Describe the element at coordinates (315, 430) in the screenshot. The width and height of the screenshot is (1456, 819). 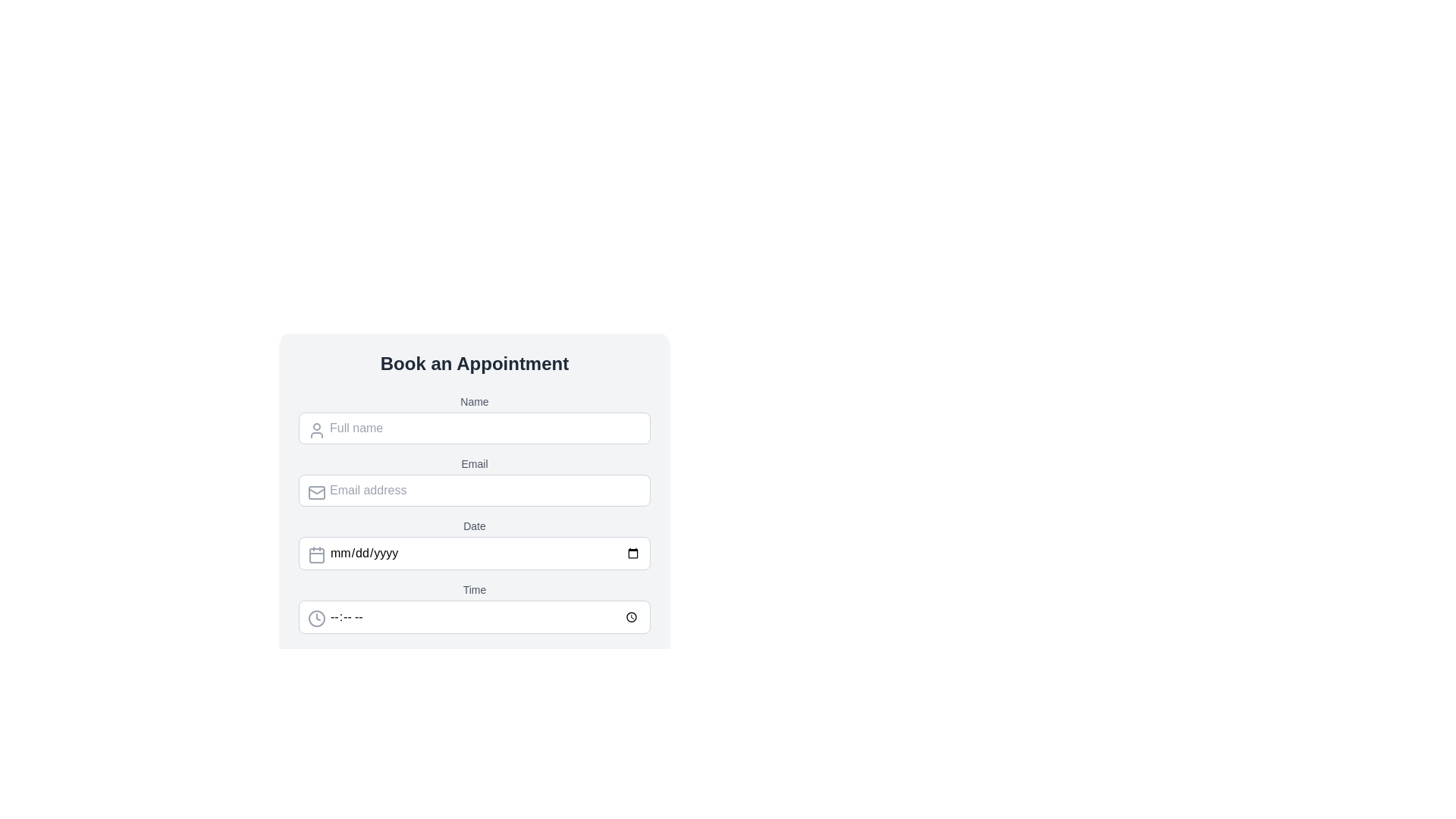
I see `the profile icon located on the left side of the 'Full name' input field, which symbolizes the purpose of the input field` at that location.